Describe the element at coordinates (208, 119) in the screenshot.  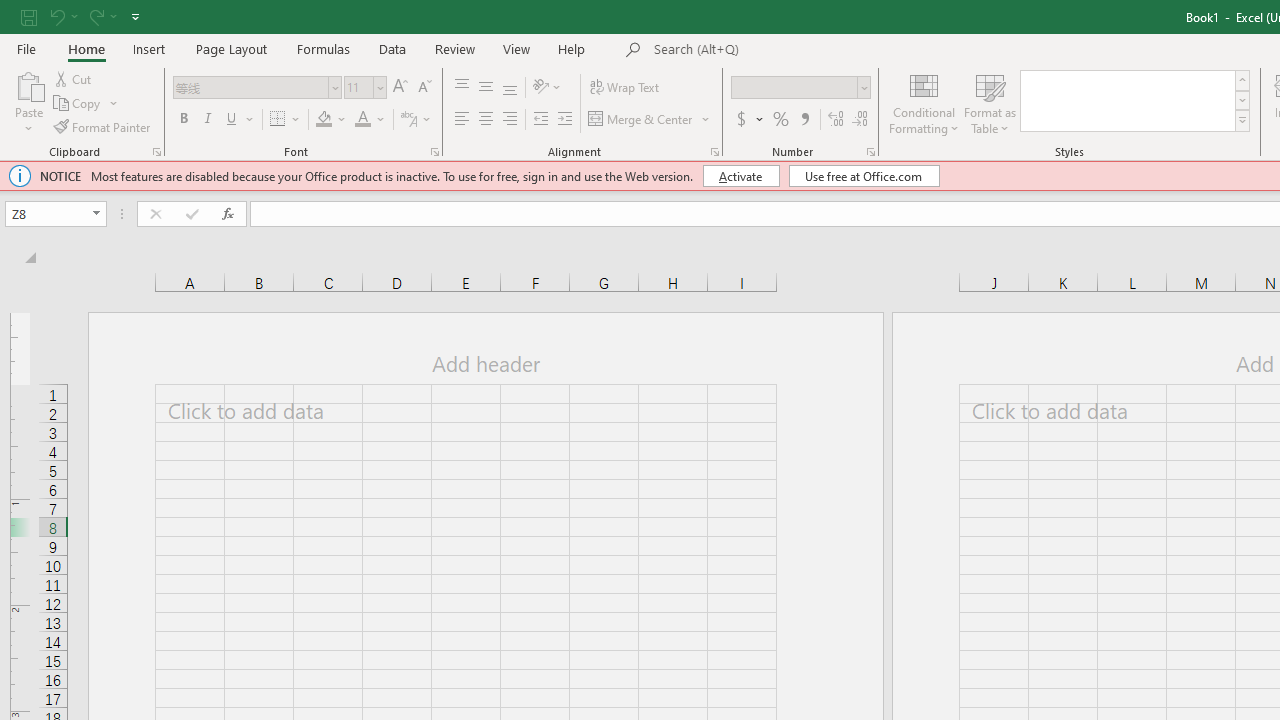
I see `'Italic'` at that location.